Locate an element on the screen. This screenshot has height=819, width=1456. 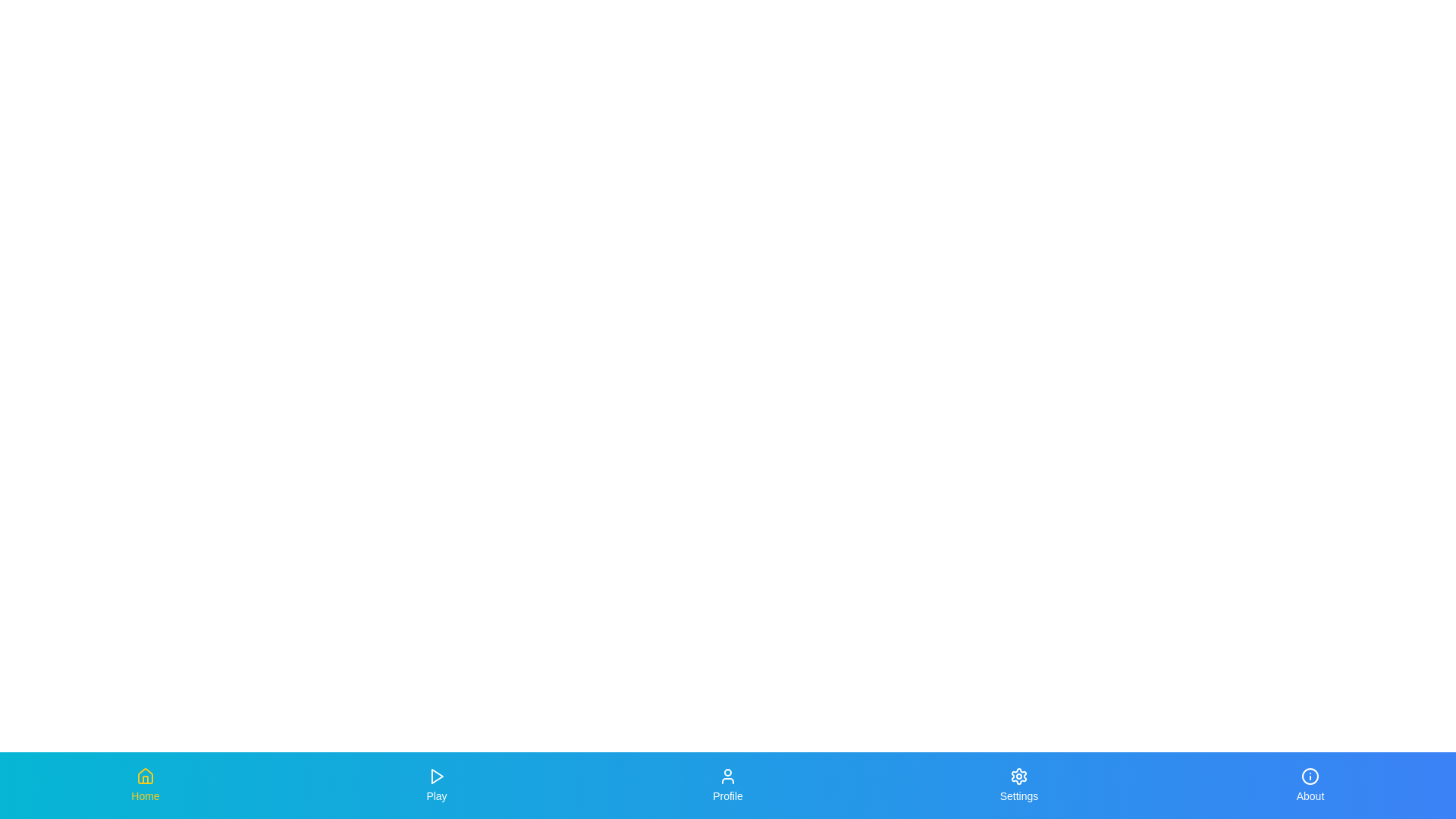
the tab labeled 'Home' is located at coordinates (146, 785).